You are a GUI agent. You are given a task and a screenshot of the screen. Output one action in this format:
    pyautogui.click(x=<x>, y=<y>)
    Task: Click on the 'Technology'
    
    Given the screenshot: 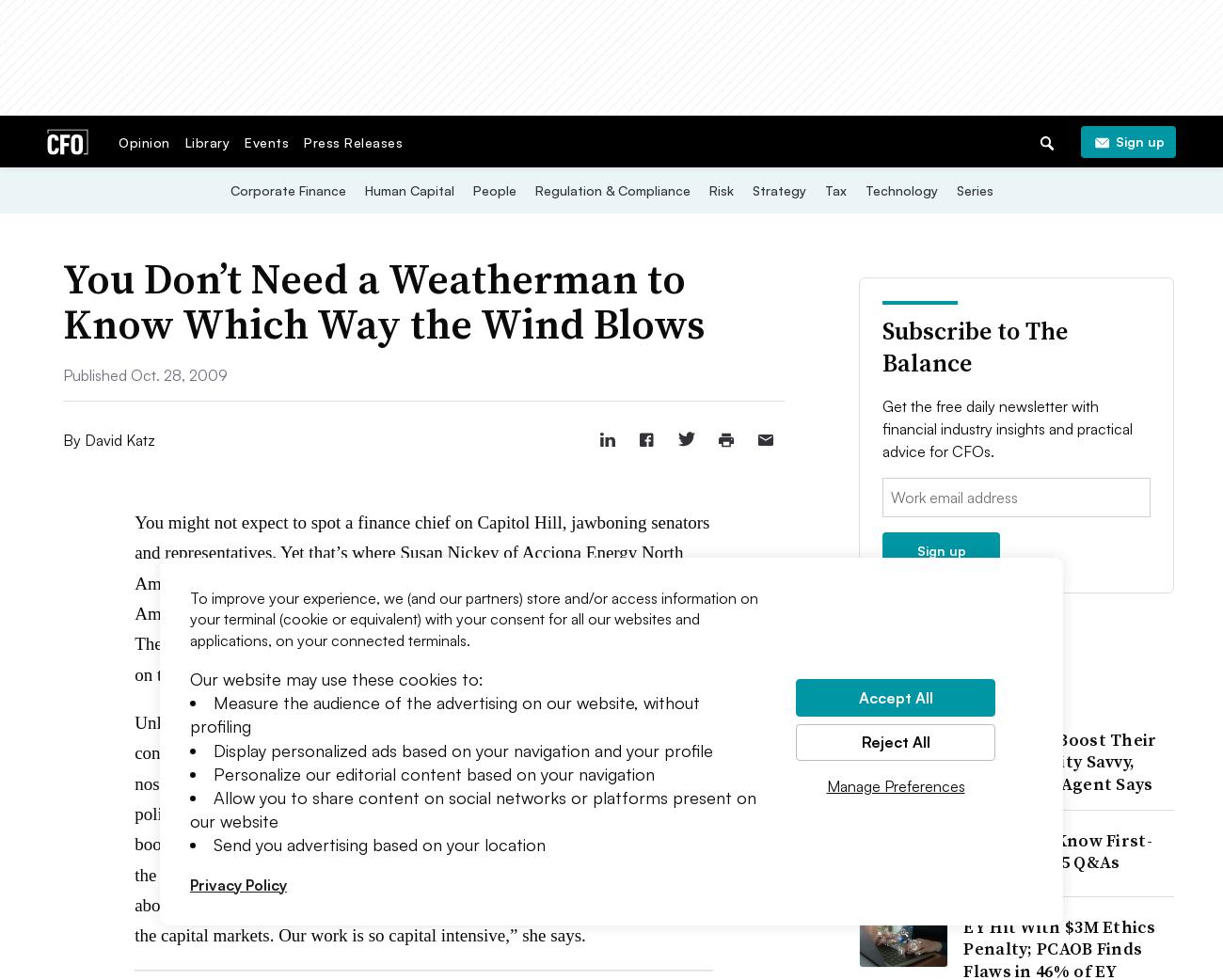 What is the action you would take?
    pyautogui.click(x=900, y=189)
    